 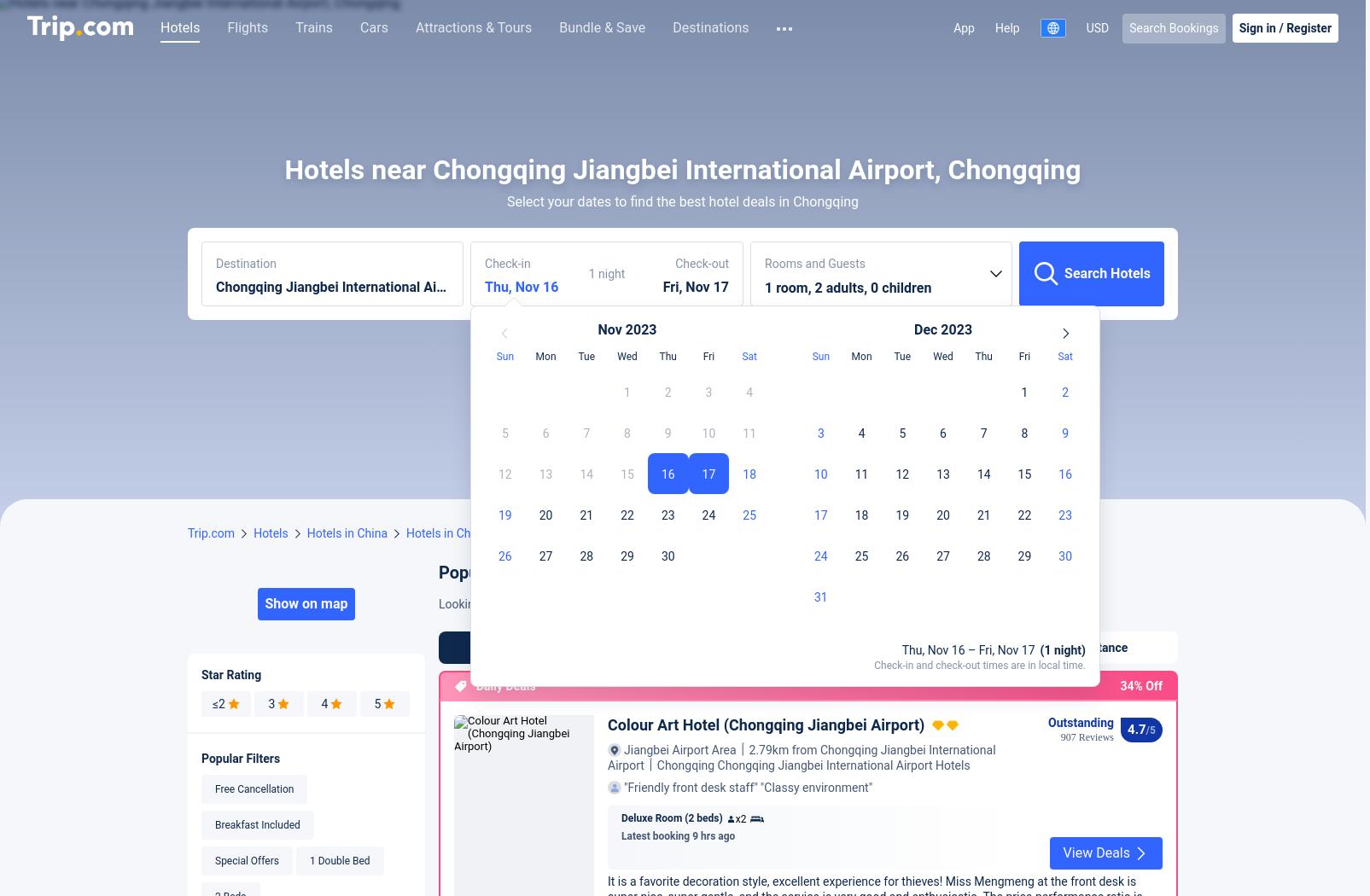 What do you see at coordinates (588, 538) in the screenshot?
I see `'1 night'` at bounding box center [588, 538].